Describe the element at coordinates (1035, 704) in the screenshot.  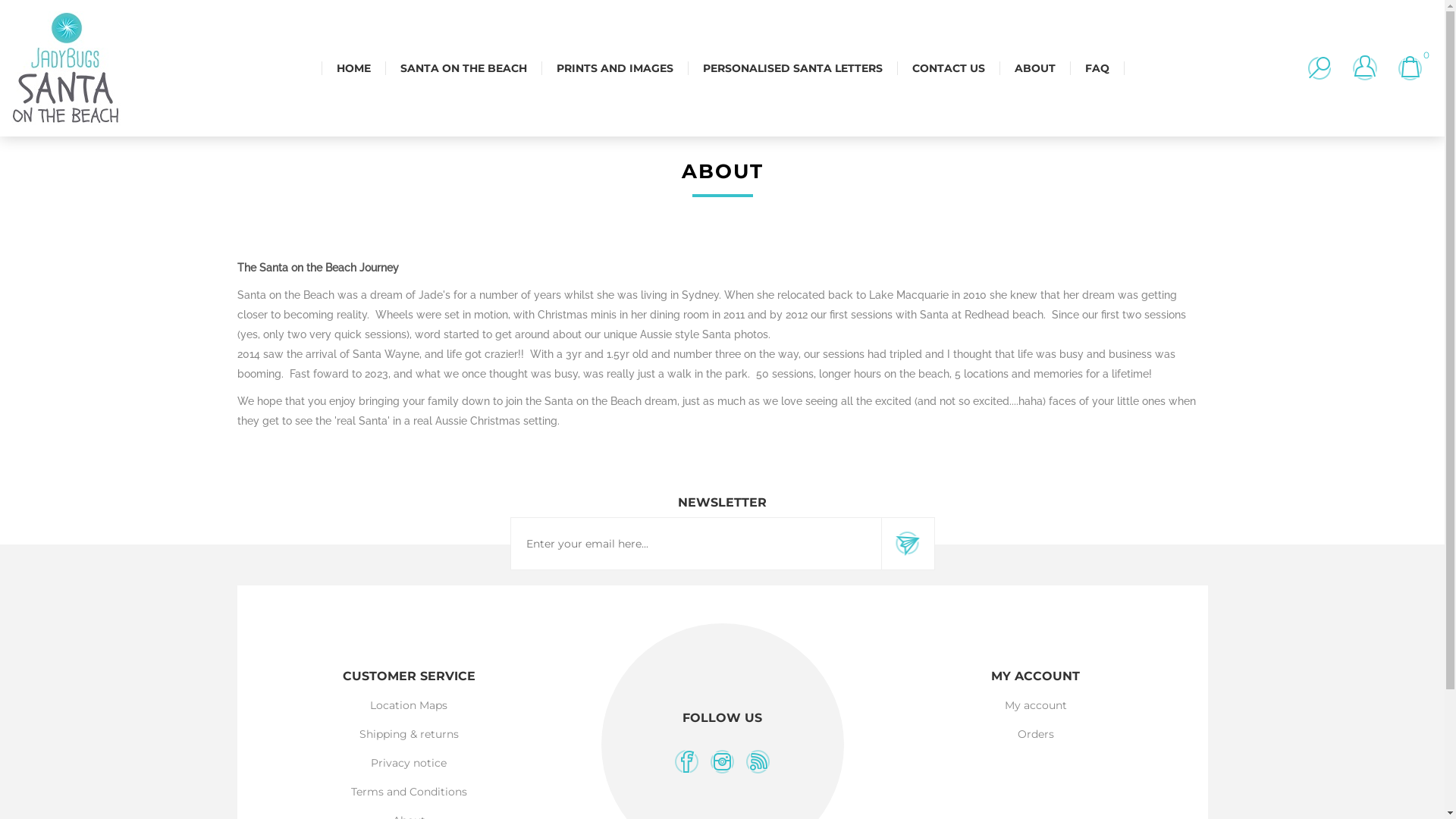
I see `'My account'` at that location.